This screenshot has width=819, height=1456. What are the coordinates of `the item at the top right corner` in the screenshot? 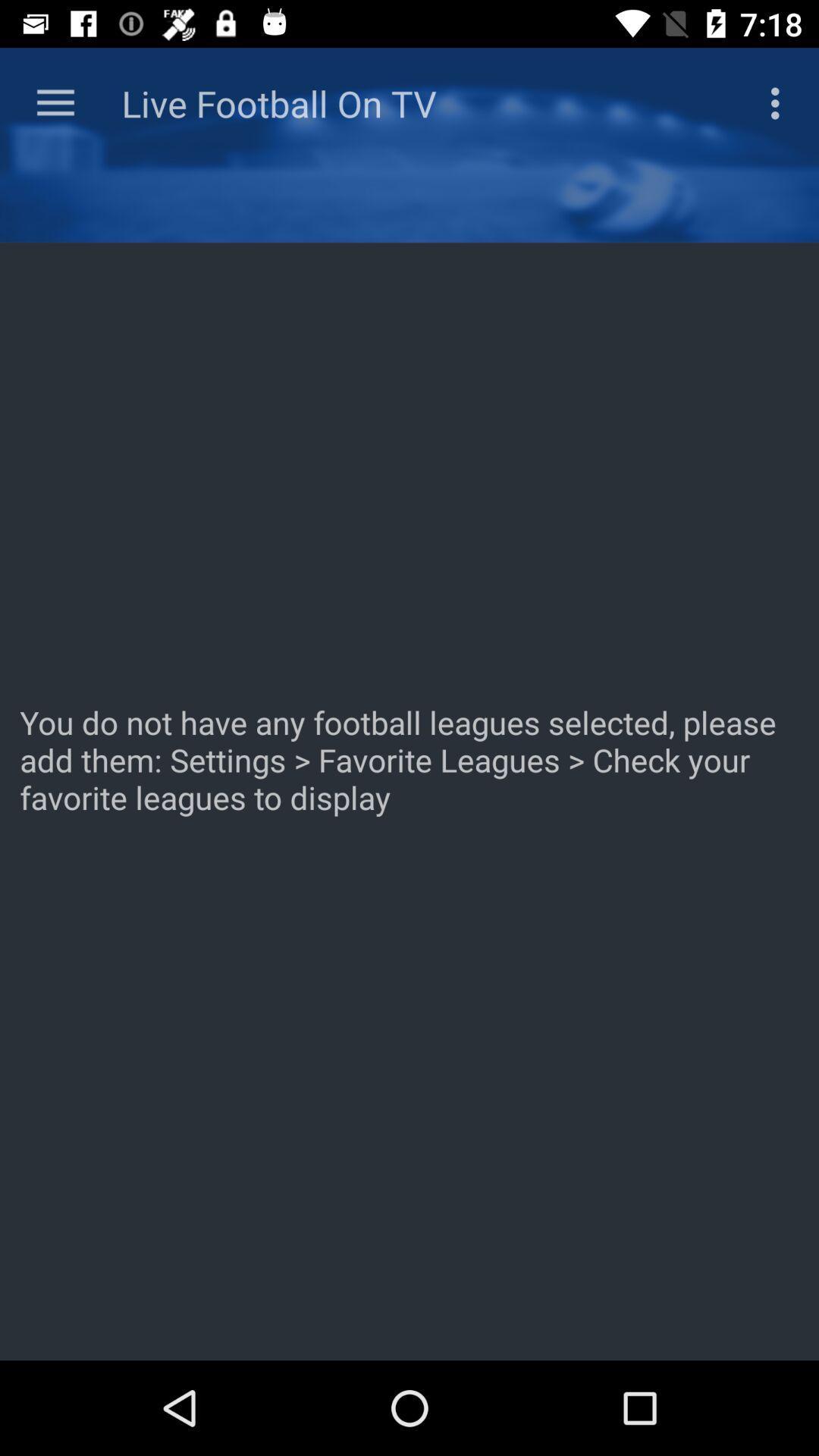 It's located at (779, 102).